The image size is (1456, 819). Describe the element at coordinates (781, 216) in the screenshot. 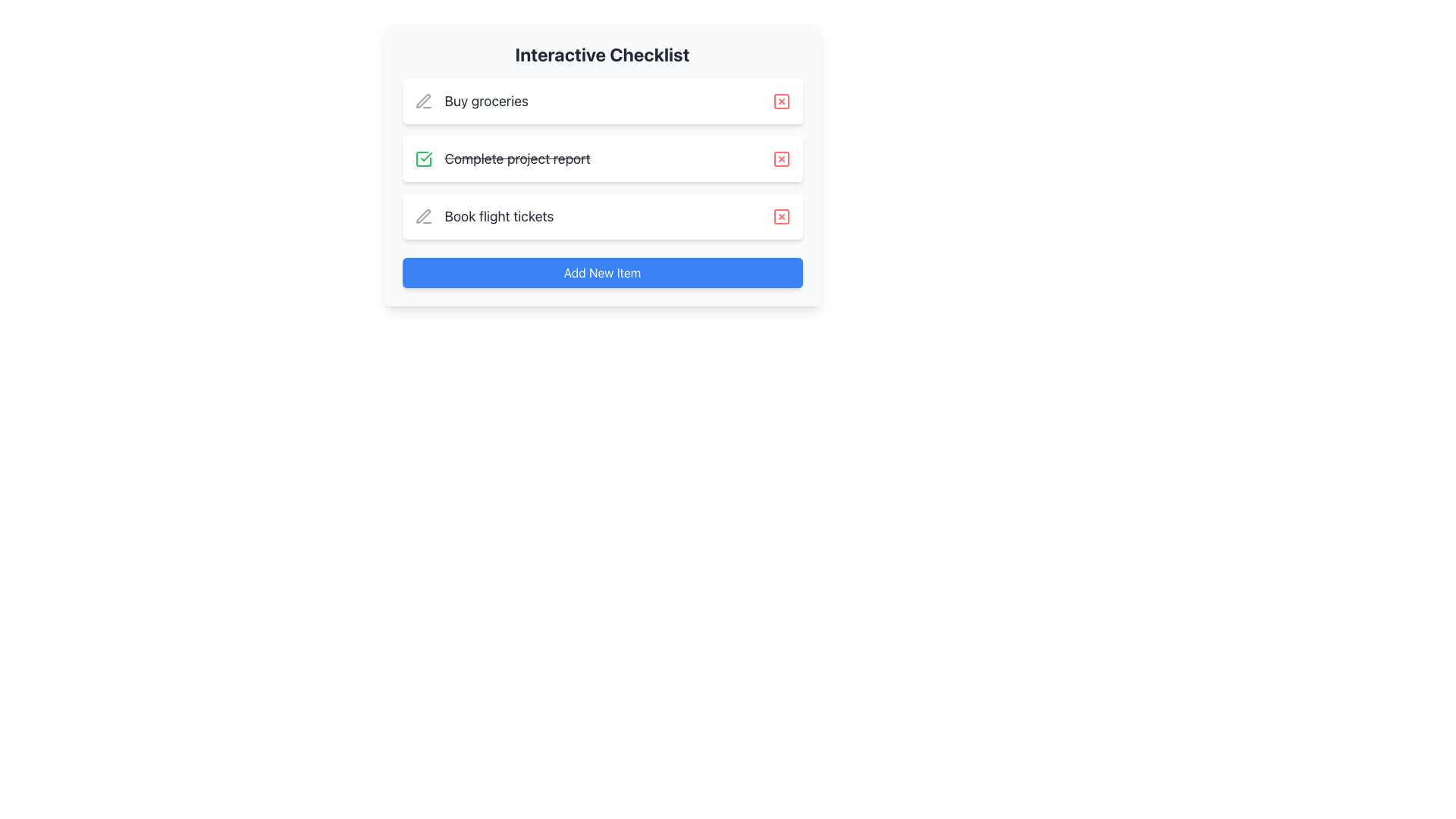

I see `the delete button located at the rightmost position in the 'Book flight tickets' row of the checklist interface` at that location.